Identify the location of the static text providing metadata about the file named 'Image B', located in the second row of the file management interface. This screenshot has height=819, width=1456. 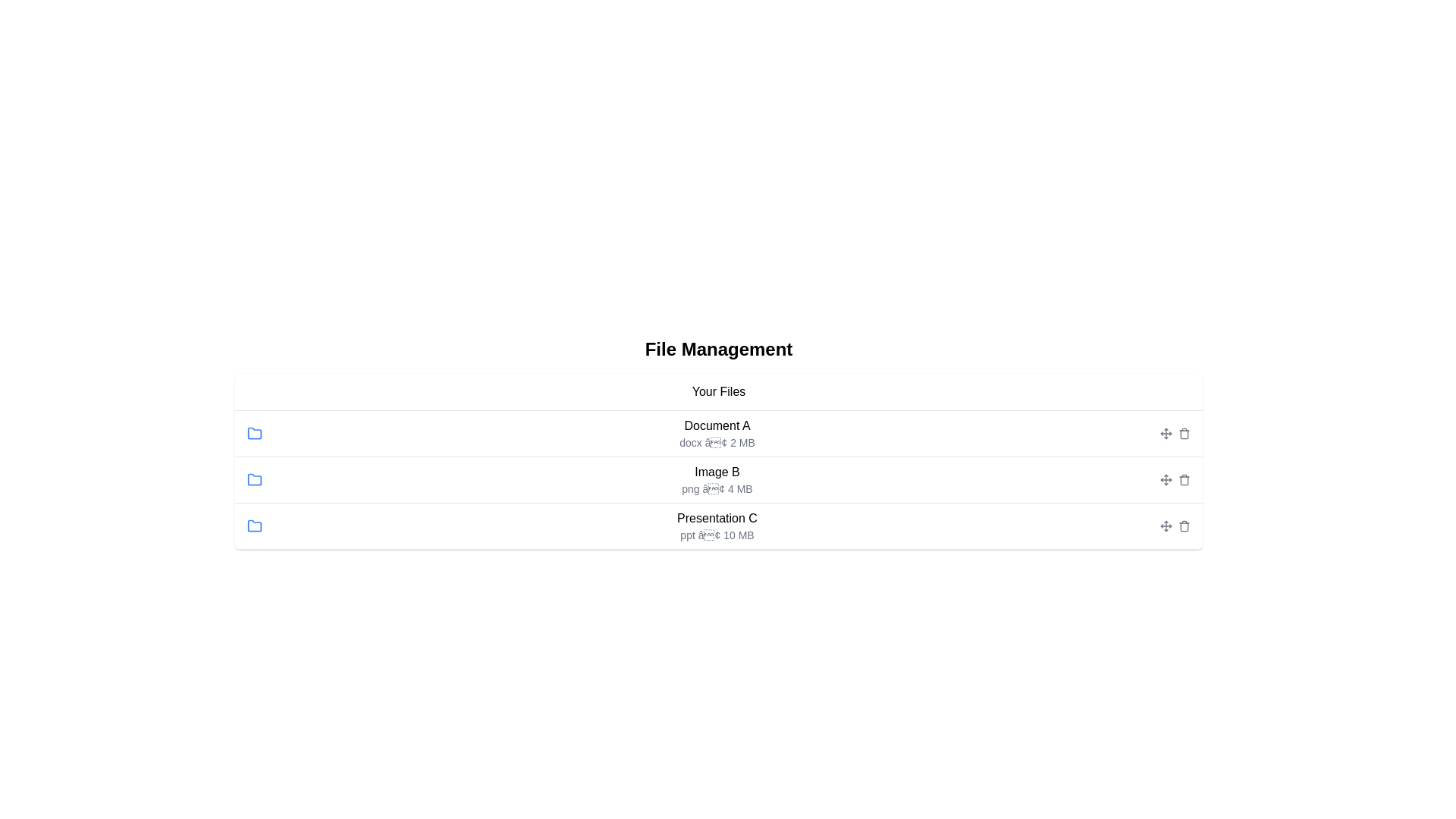
(716, 488).